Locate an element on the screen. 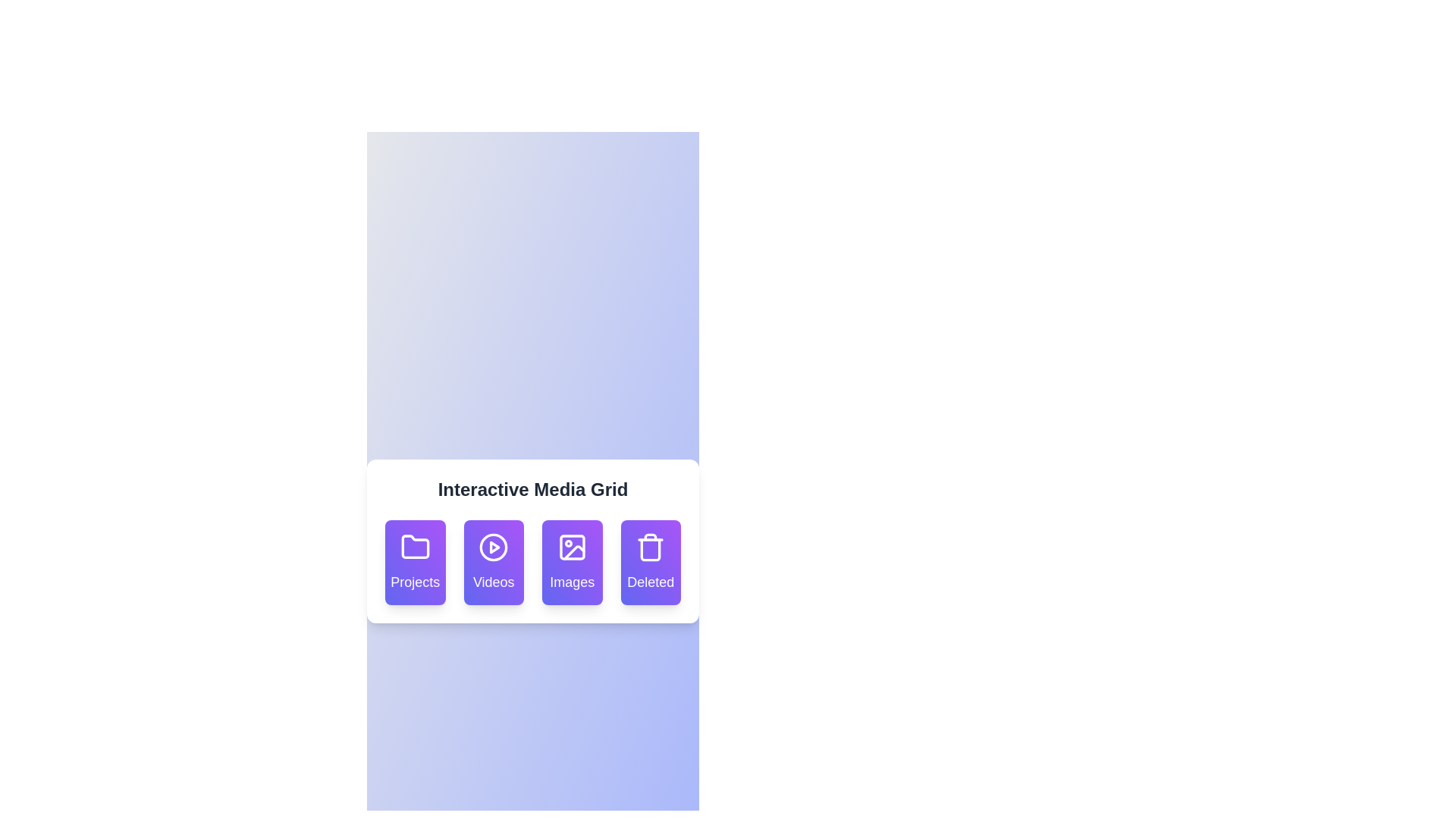 The width and height of the screenshot is (1456, 819). the Non-interactive card labeled 'Deleted' that features a gradient background from indigo to purple with a white trash bin icon and the word 'Deleted' in white text is located at coordinates (651, 562).